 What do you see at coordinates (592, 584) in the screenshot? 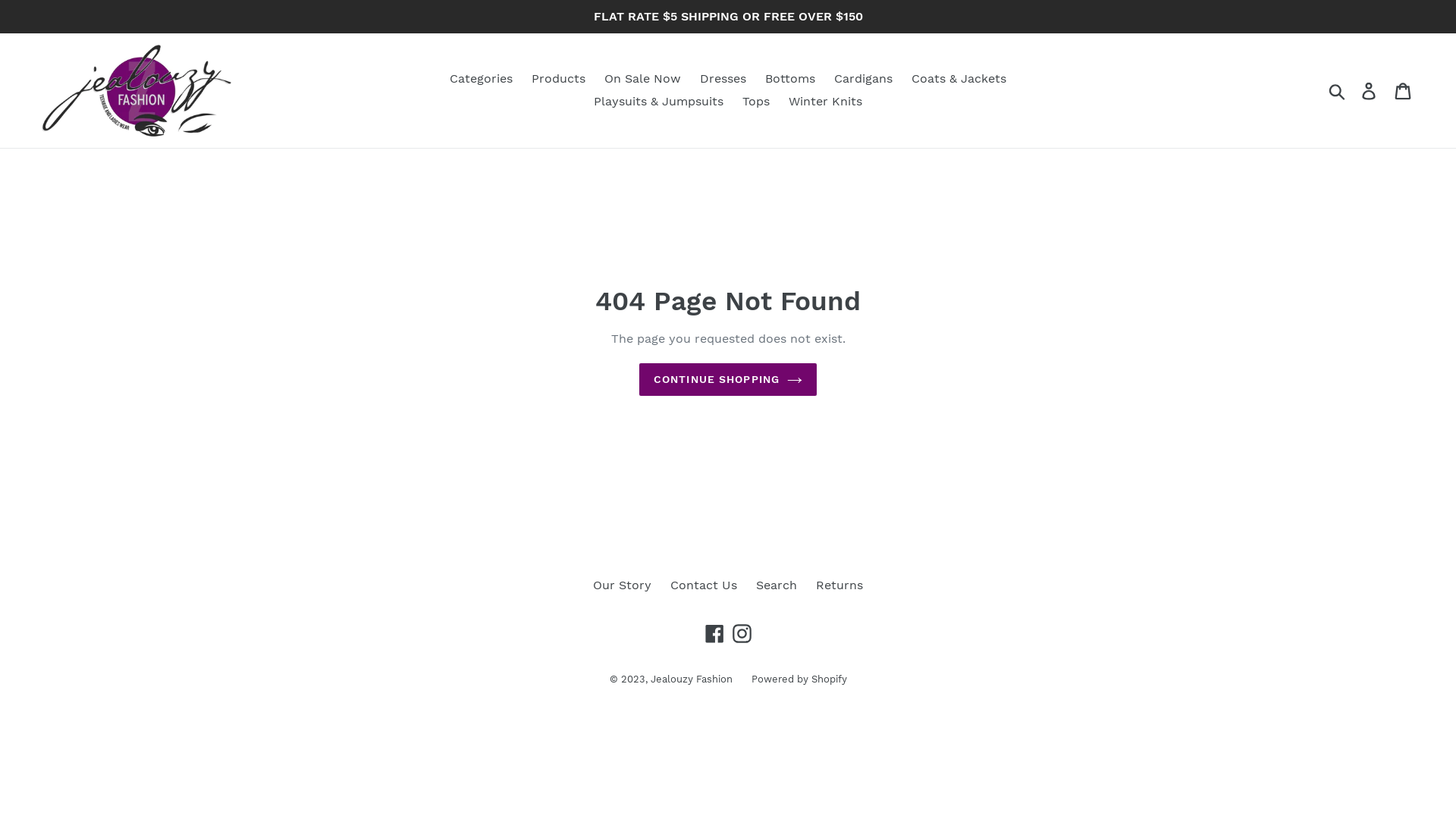
I see `'Our Story'` at bounding box center [592, 584].